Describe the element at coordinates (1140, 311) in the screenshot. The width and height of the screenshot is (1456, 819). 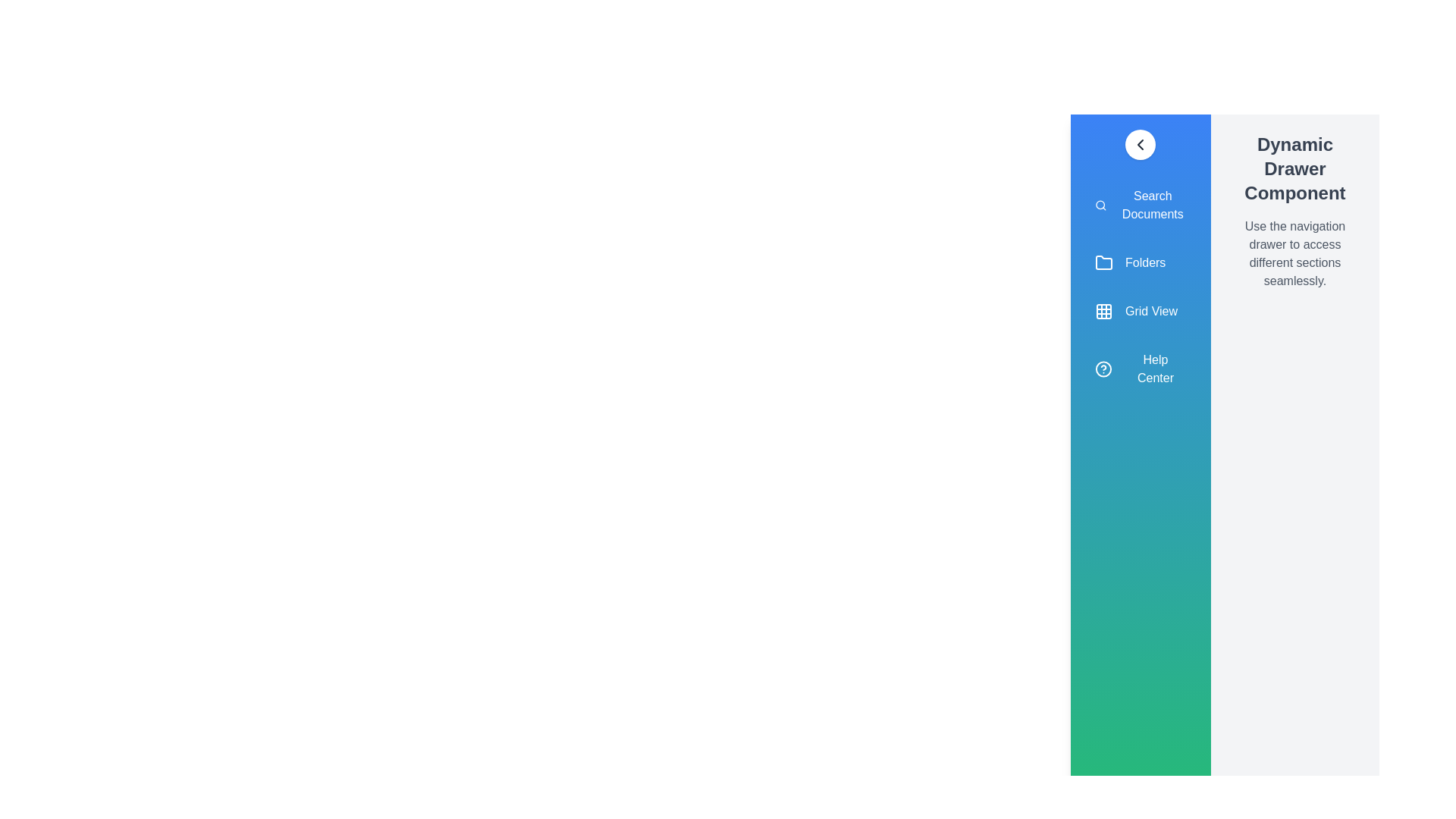
I see `the menu item Grid View` at that location.